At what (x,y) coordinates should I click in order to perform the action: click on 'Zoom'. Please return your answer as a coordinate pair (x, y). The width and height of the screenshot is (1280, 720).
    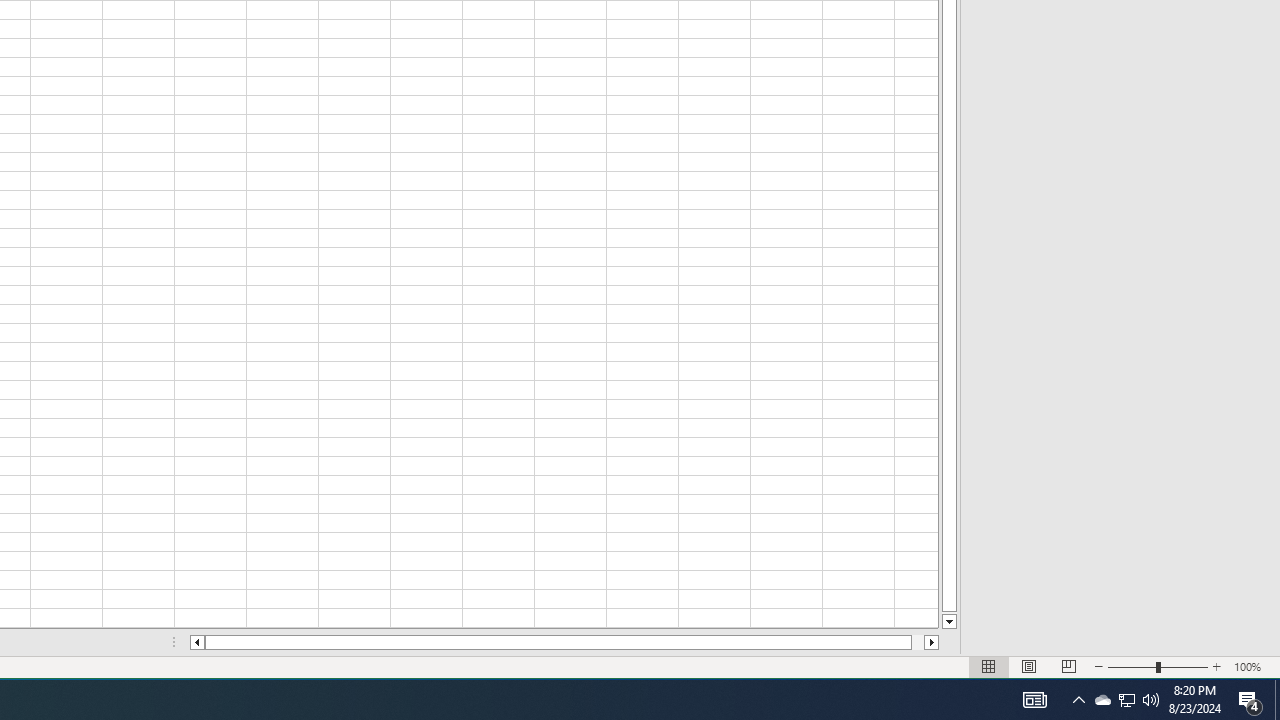
    Looking at the image, I should click on (1158, 667).